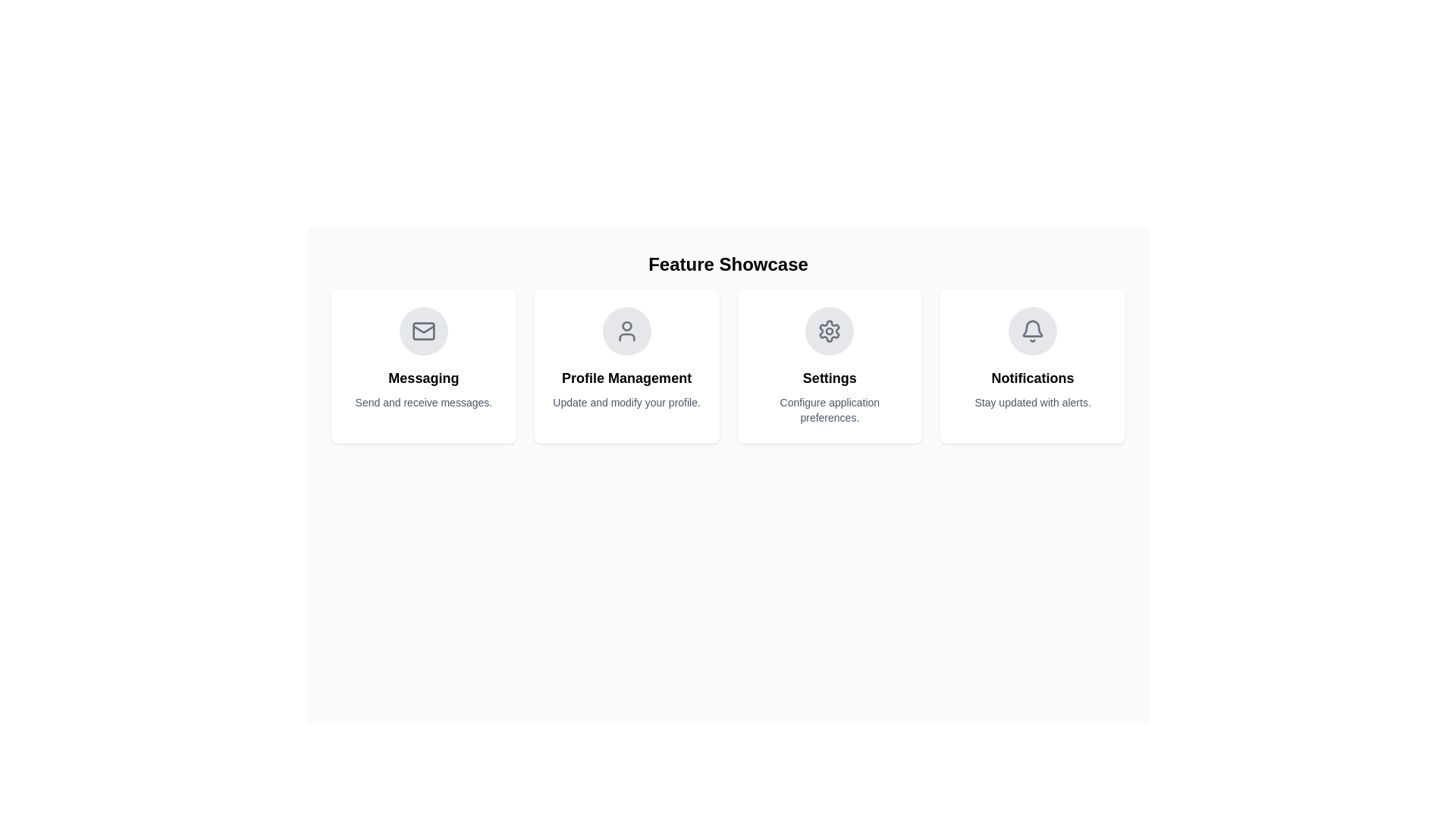  Describe the element at coordinates (626, 377) in the screenshot. I see `the Text Label that identifies the purpose of the card section related to managing user profiles, located in the second column of a row of containers, beneath a circular icon and above a smaller descriptive text` at that location.